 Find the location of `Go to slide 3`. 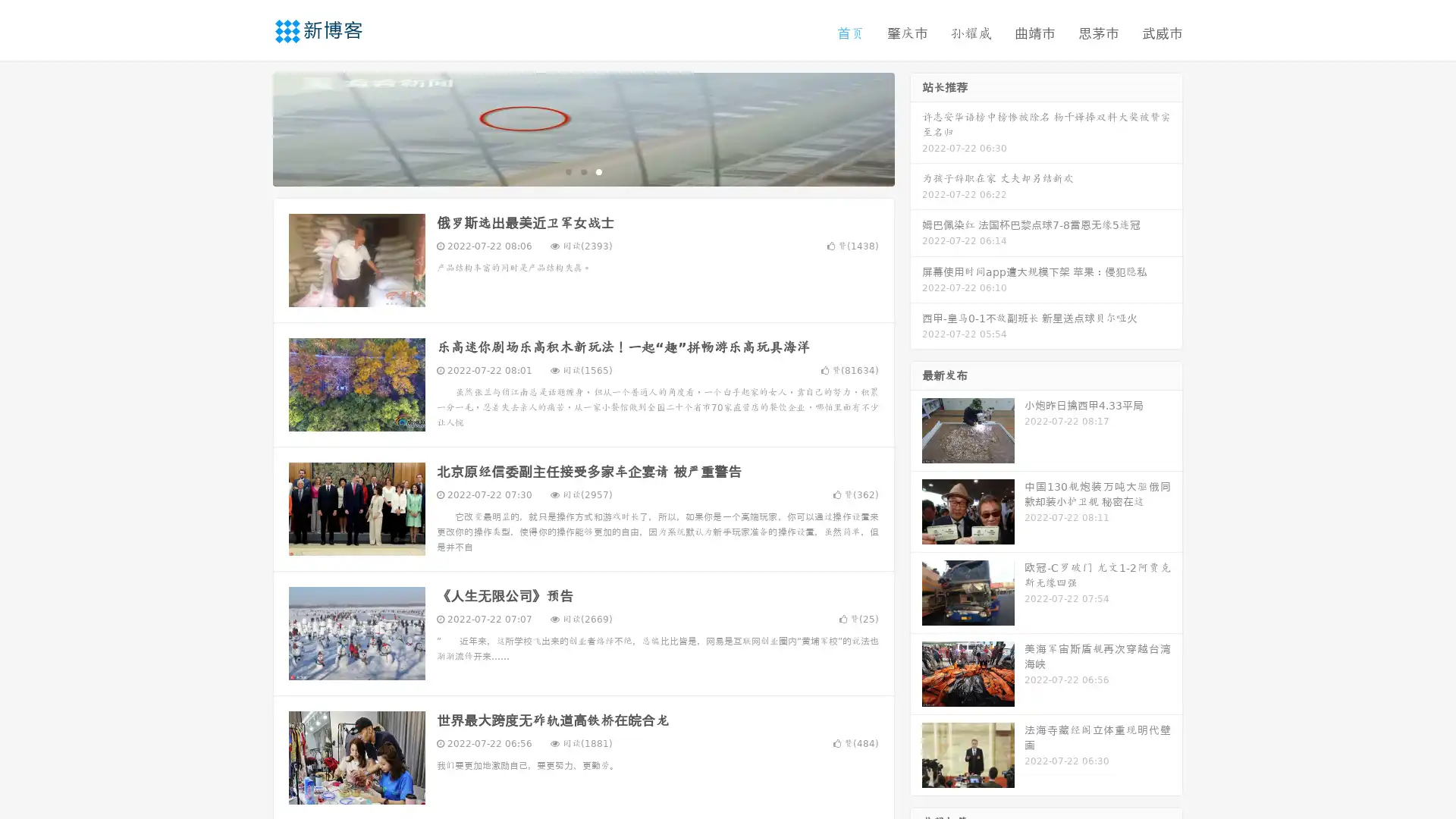

Go to slide 3 is located at coordinates (598, 171).